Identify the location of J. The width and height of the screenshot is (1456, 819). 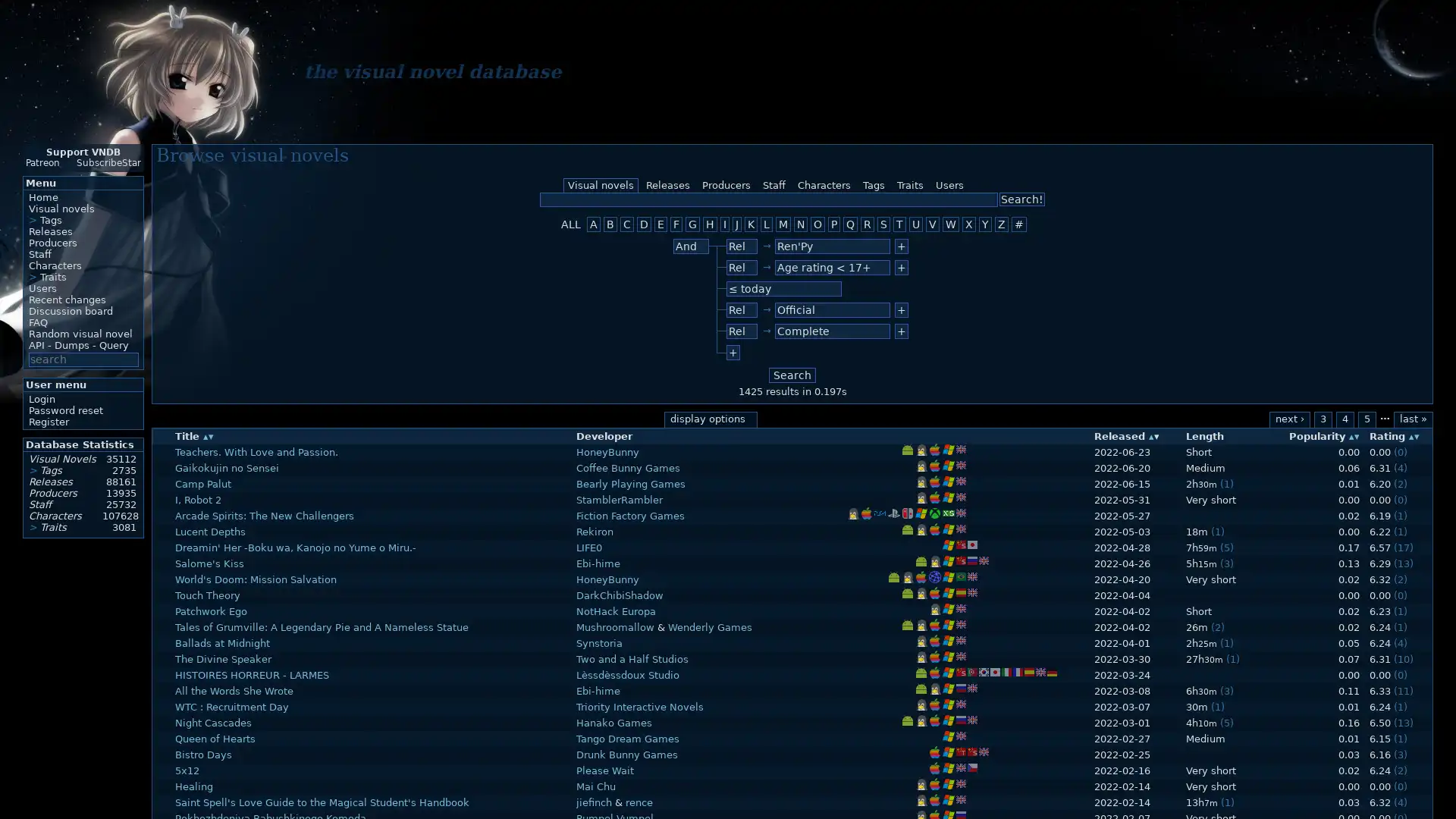
(737, 224).